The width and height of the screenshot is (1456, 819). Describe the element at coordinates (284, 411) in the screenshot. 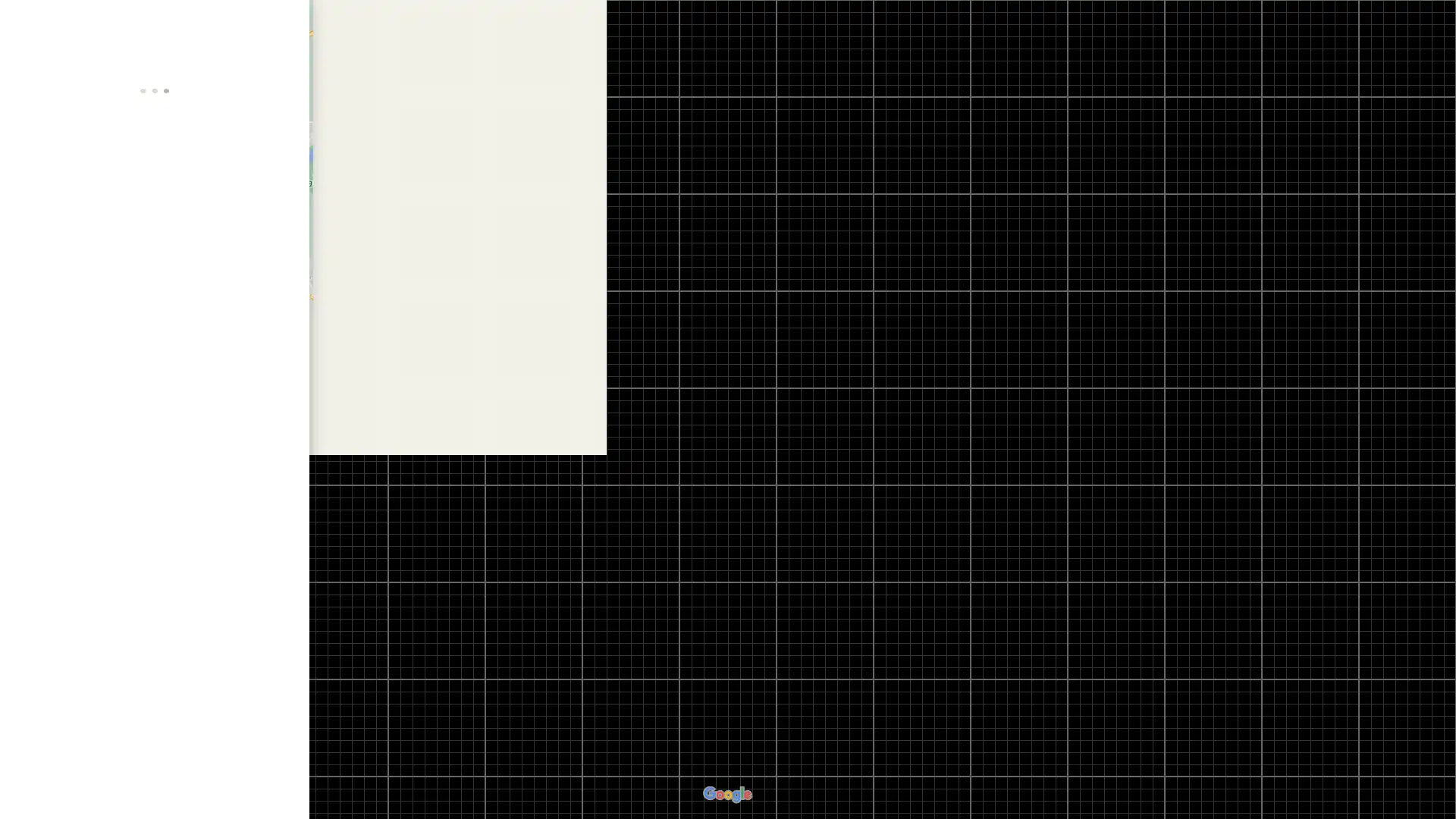

I see `Copy website` at that location.